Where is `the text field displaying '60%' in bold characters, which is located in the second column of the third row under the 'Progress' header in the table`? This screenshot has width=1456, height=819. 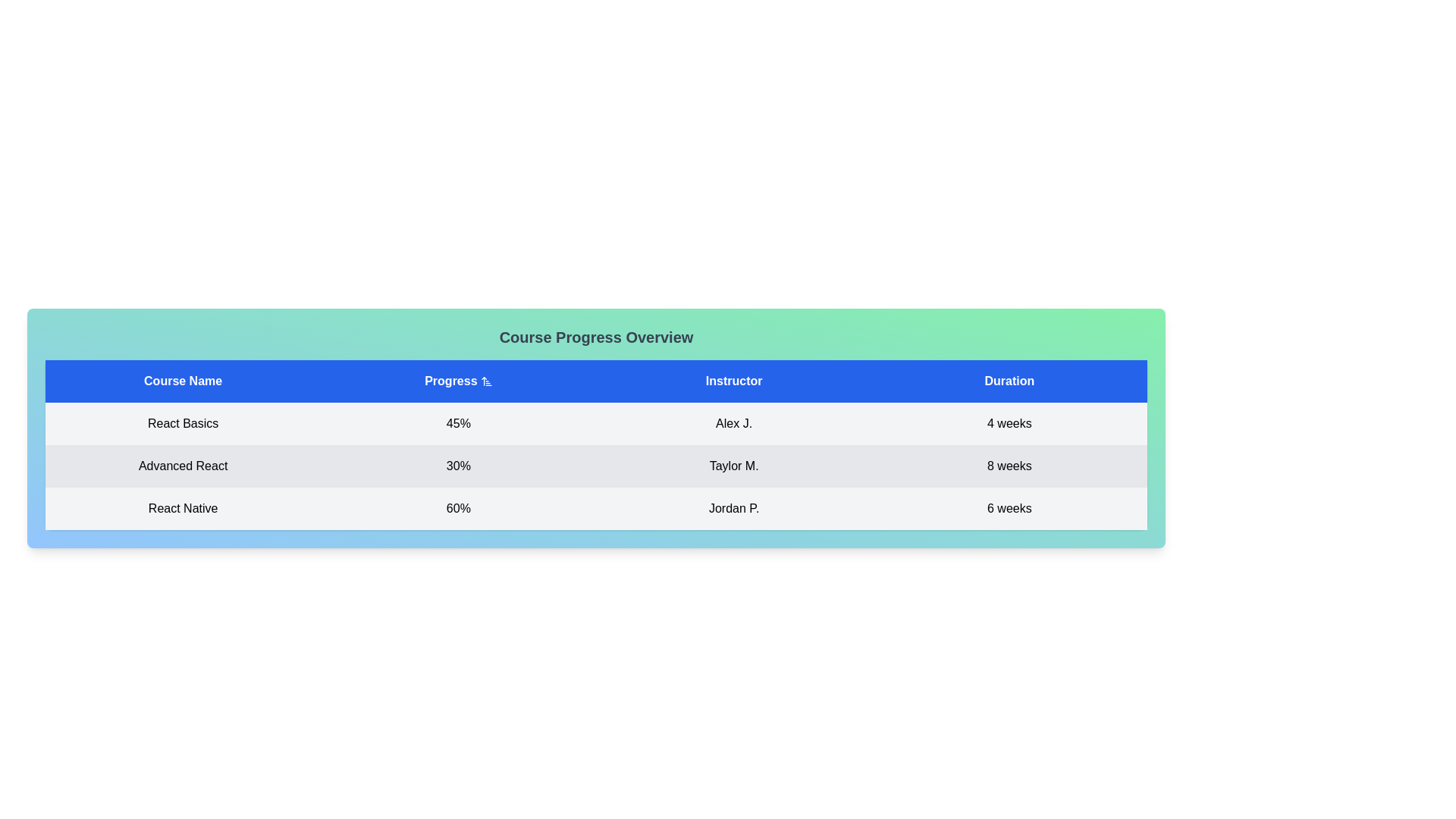 the text field displaying '60%' in bold characters, which is located in the second column of the third row under the 'Progress' header in the table is located at coordinates (457, 509).